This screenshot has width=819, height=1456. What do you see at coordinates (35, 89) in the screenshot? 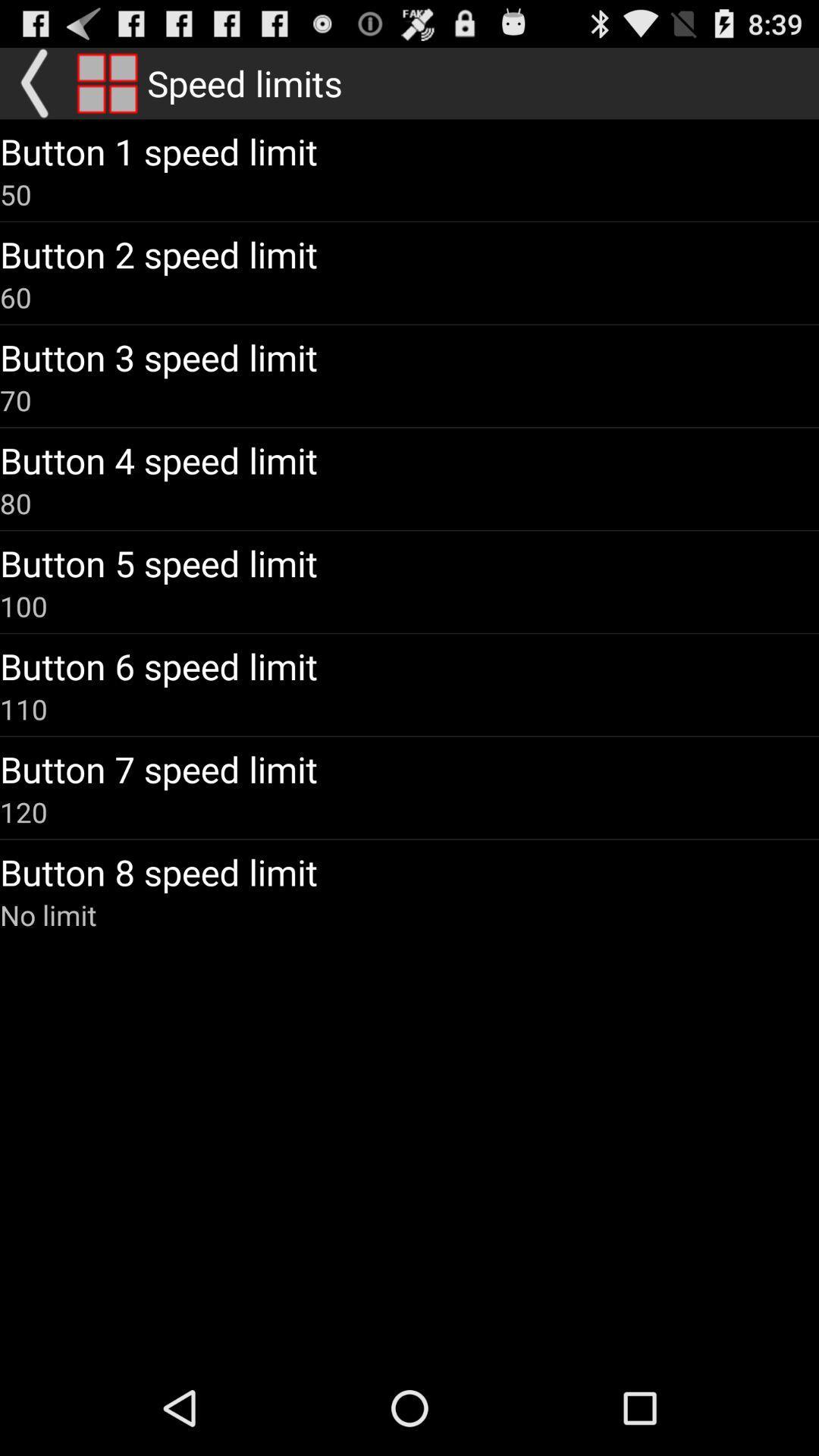
I see `the arrow_backward icon` at bounding box center [35, 89].